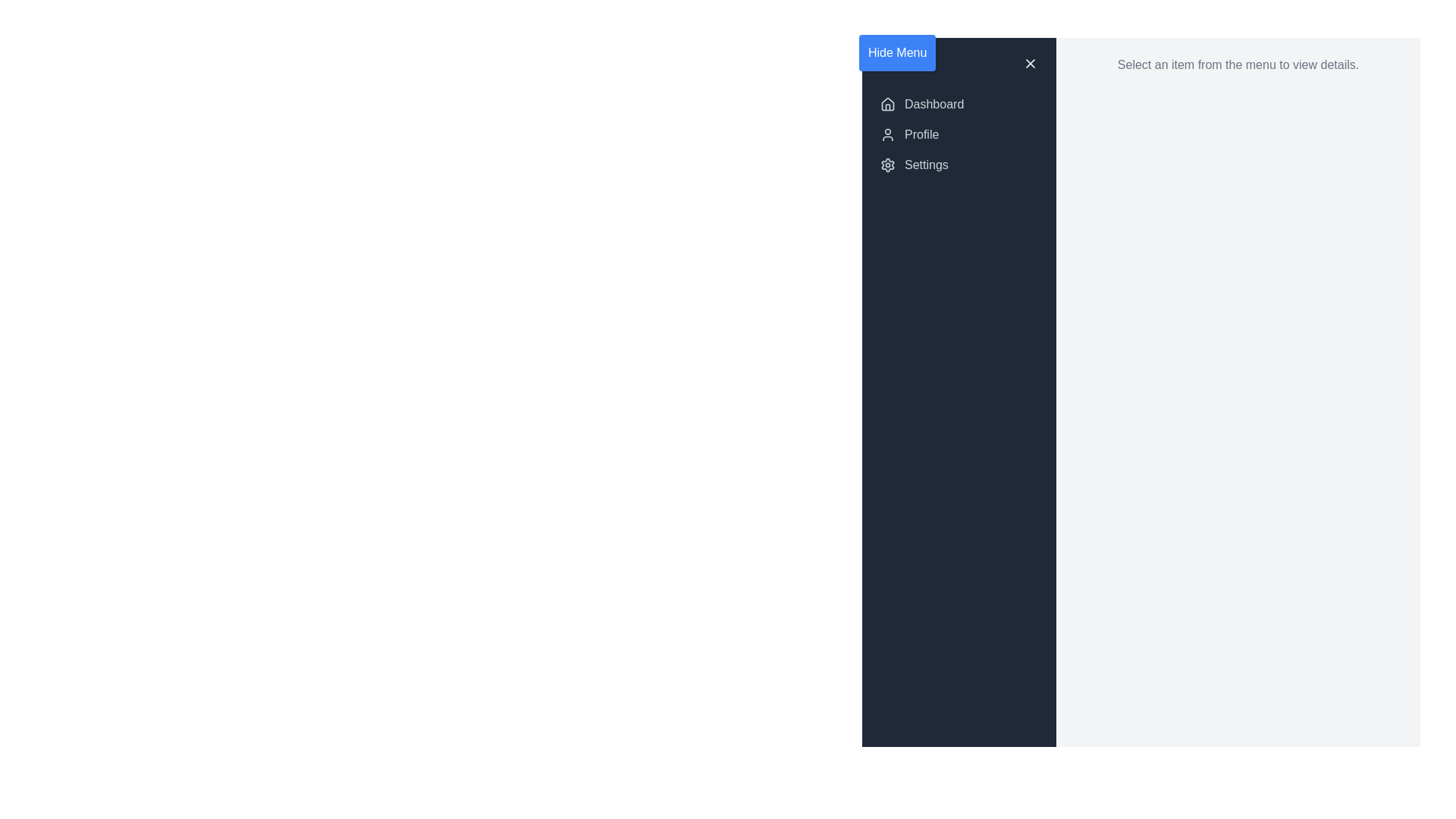 This screenshot has height=819, width=1456. I want to click on the user silhouette icon located to the left of the 'Profile' text in the navigation menu, positioned above the 'Settings' item and below the 'Dashboard' item, so click(888, 133).